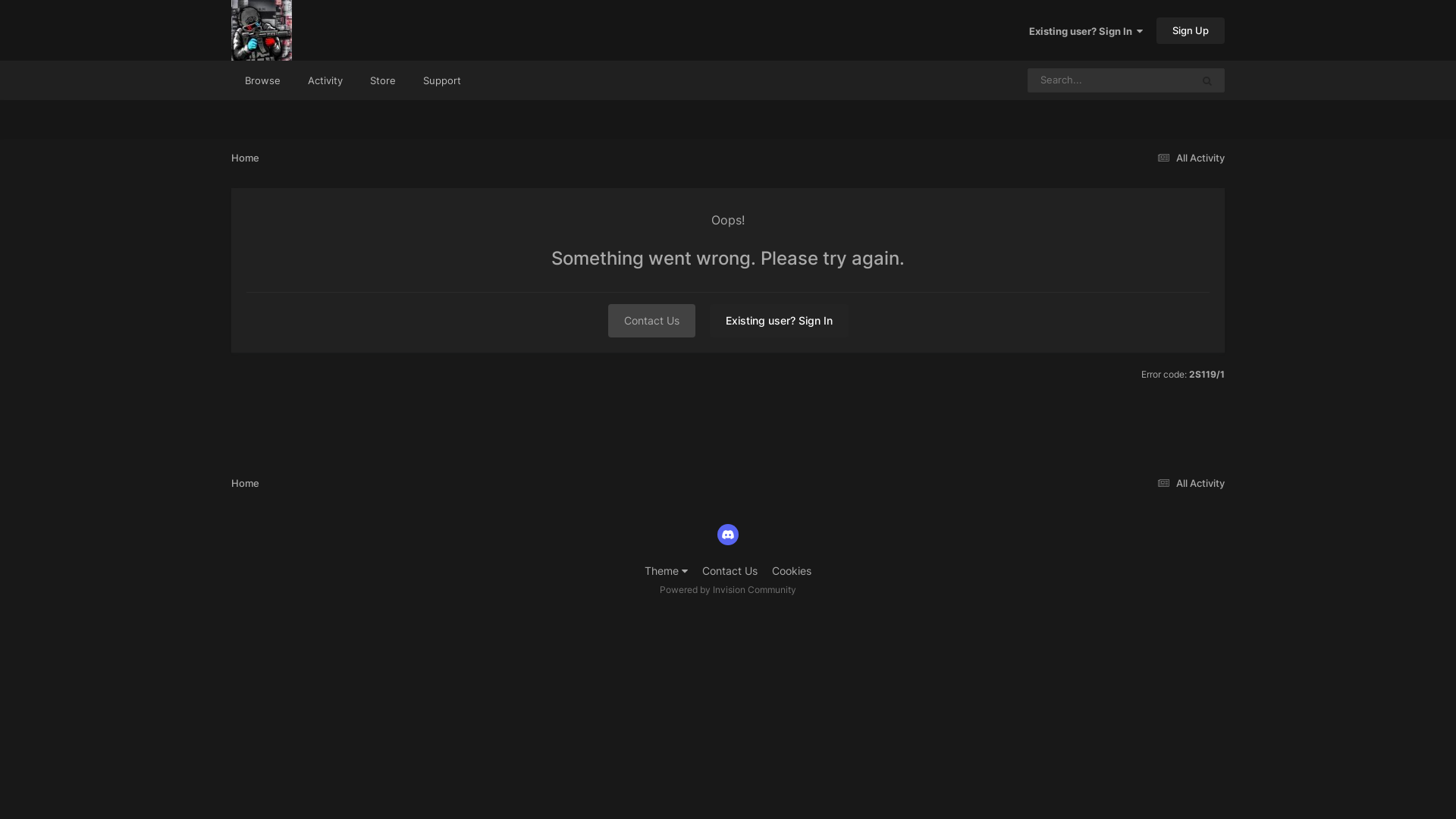 This screenshot has height=819, width=1456. I want to click on 'Existing user? Sign In  ', so click(1084, 31).